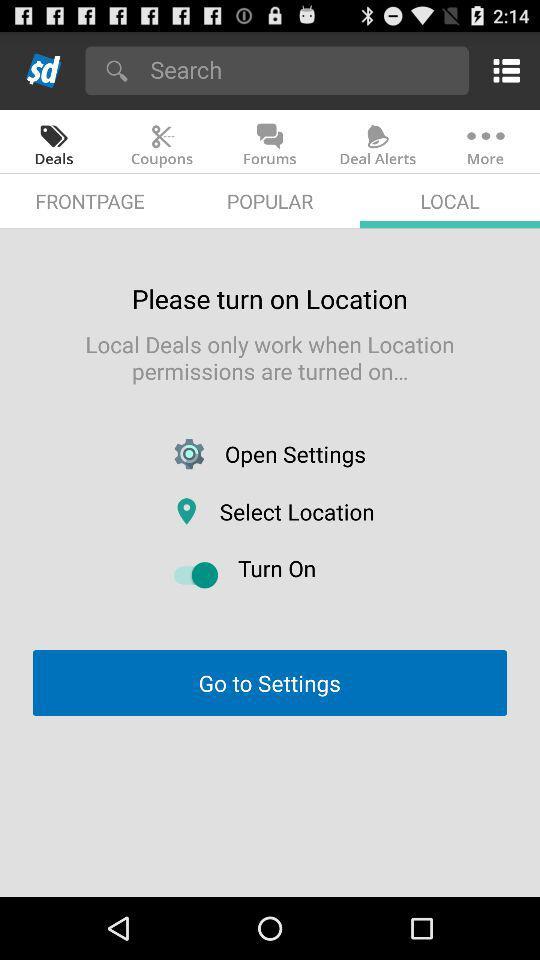 The width and height of the screenshot is (540, 960). I want to click on search bar, so click(302, 69).